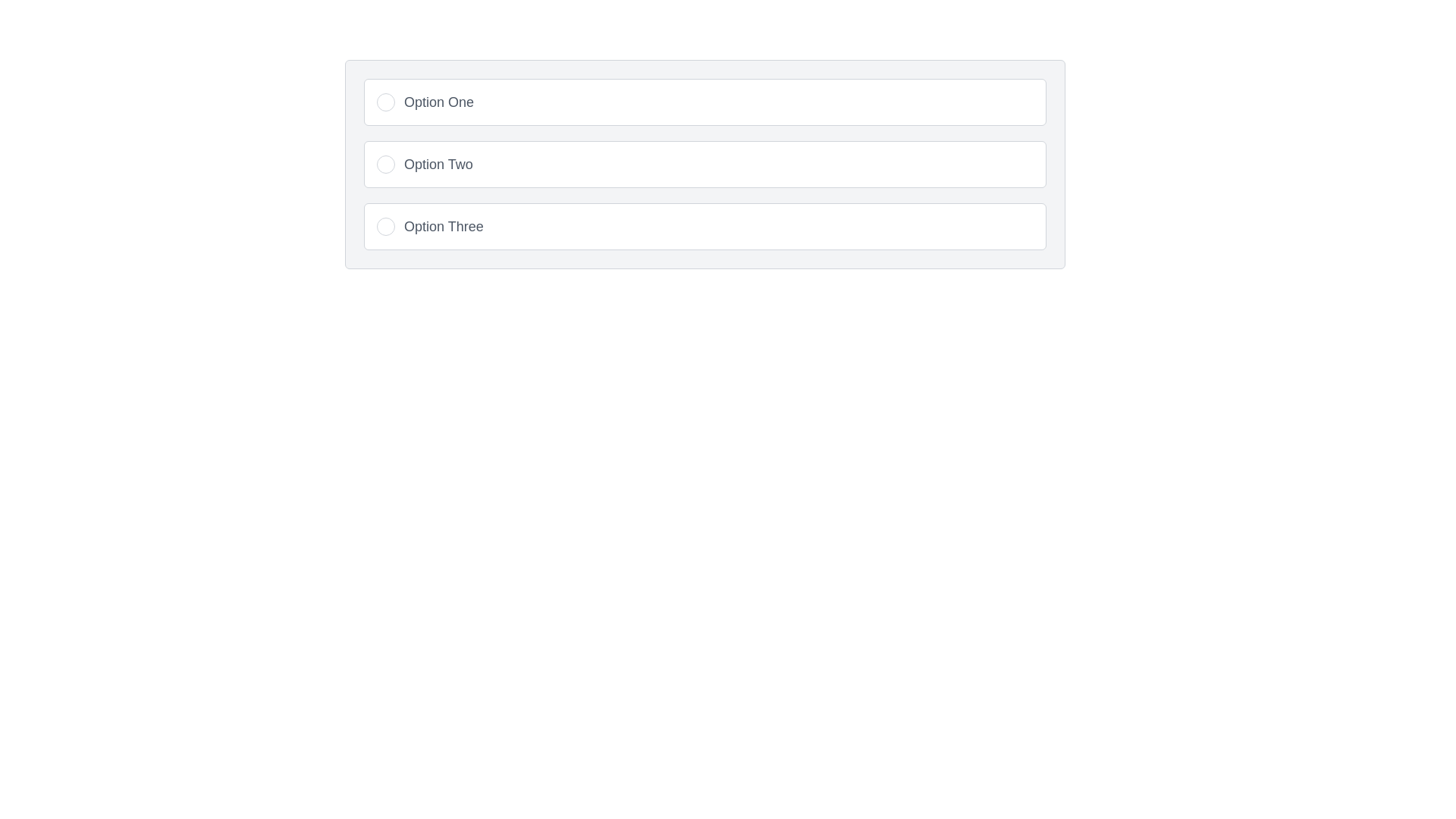 This screenshot has width=1456, height=819. I want to click on the second radio button labeled 'Option Two' in the group of three horizontally arranged options, so click(704, 164).